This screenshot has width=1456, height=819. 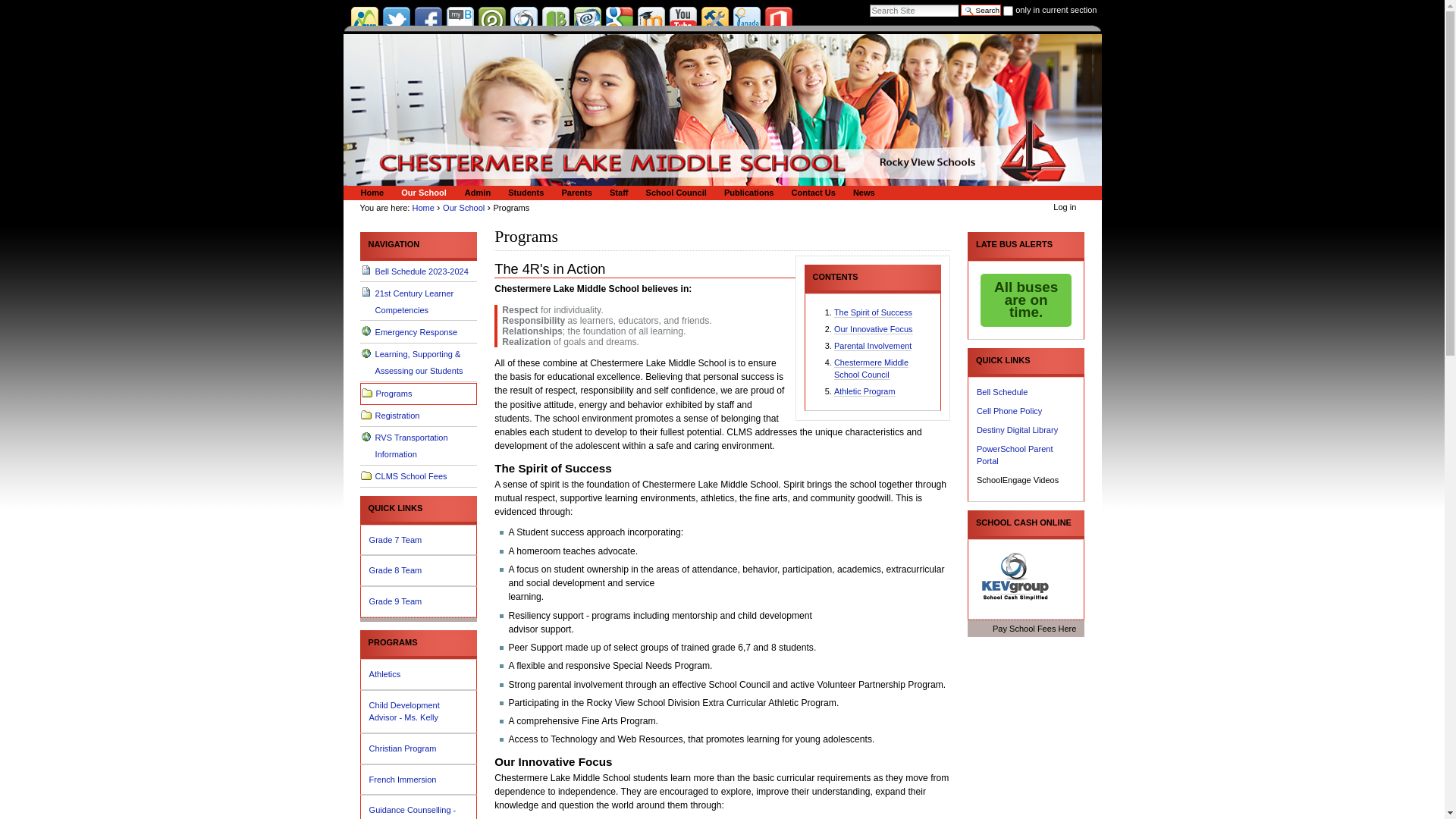 I want to click on 'Google', so click(x=604, y=20).